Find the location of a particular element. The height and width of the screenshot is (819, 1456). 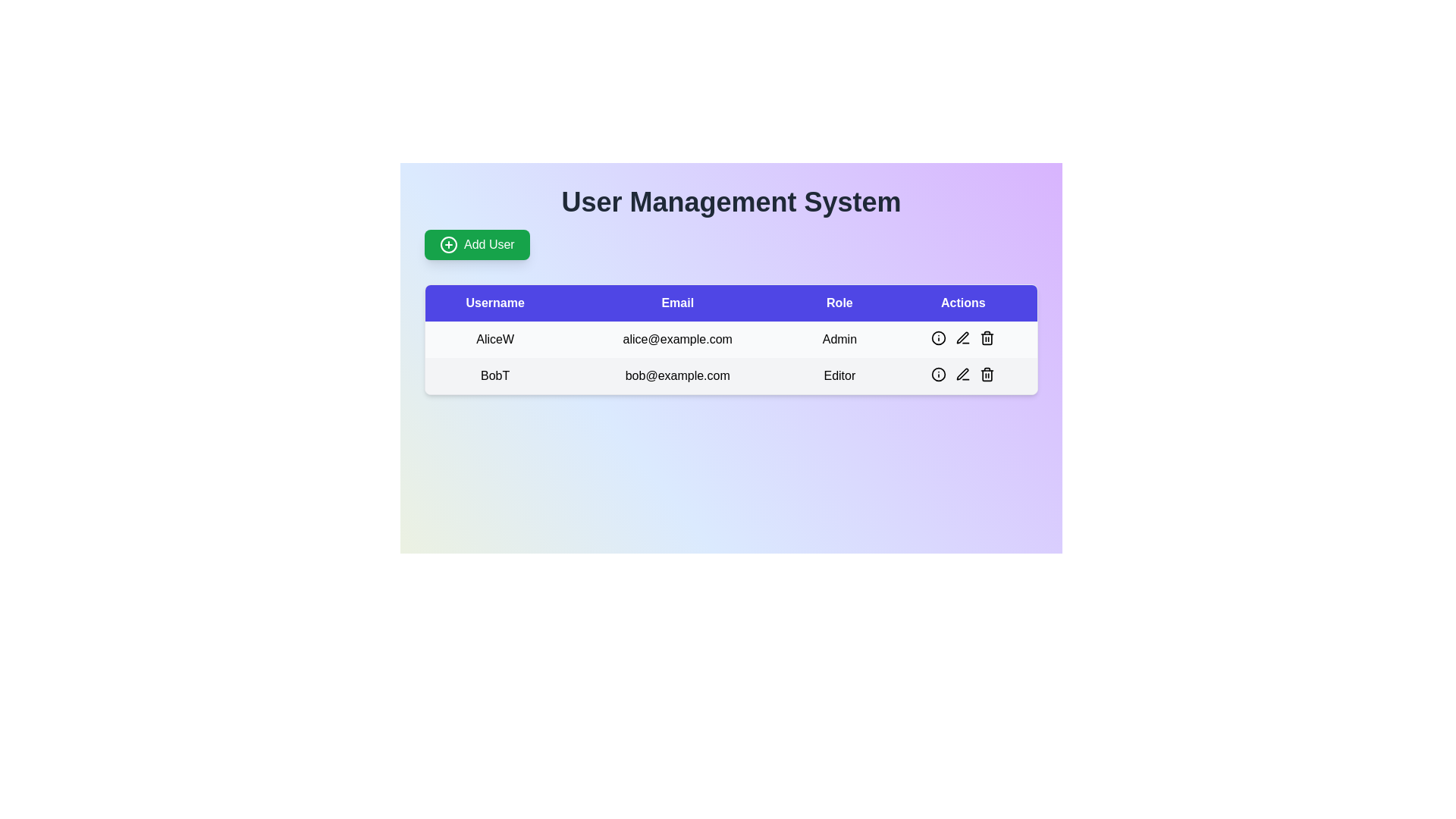

the 'Role' column header in the table, which is the third header, located between 'Email' and 'Actions' is located at coordinates (839, 303).